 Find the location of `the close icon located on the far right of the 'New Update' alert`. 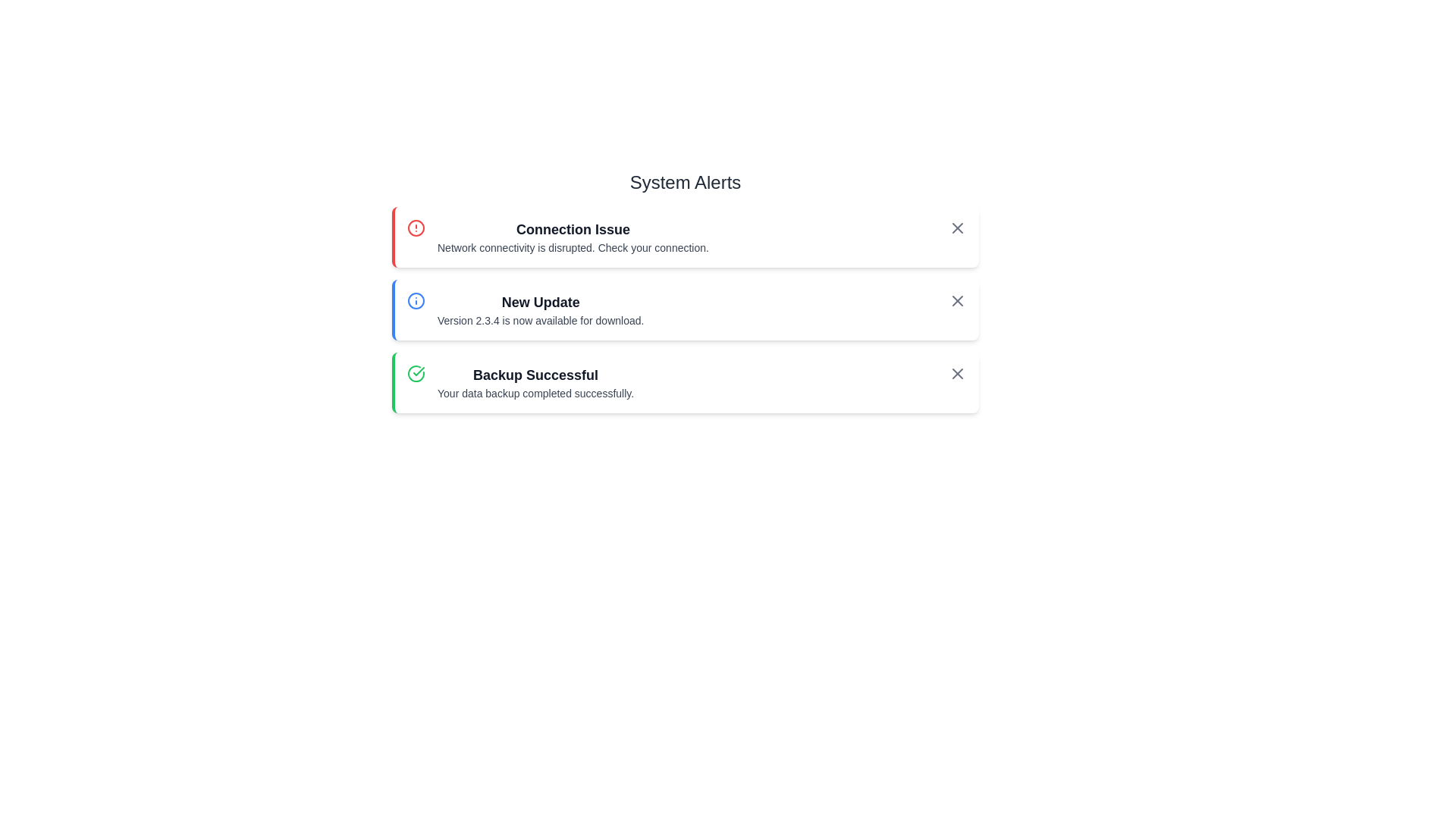

the close icon located on the far right of the 'New Update' alert is located at coordinates (956, 301).